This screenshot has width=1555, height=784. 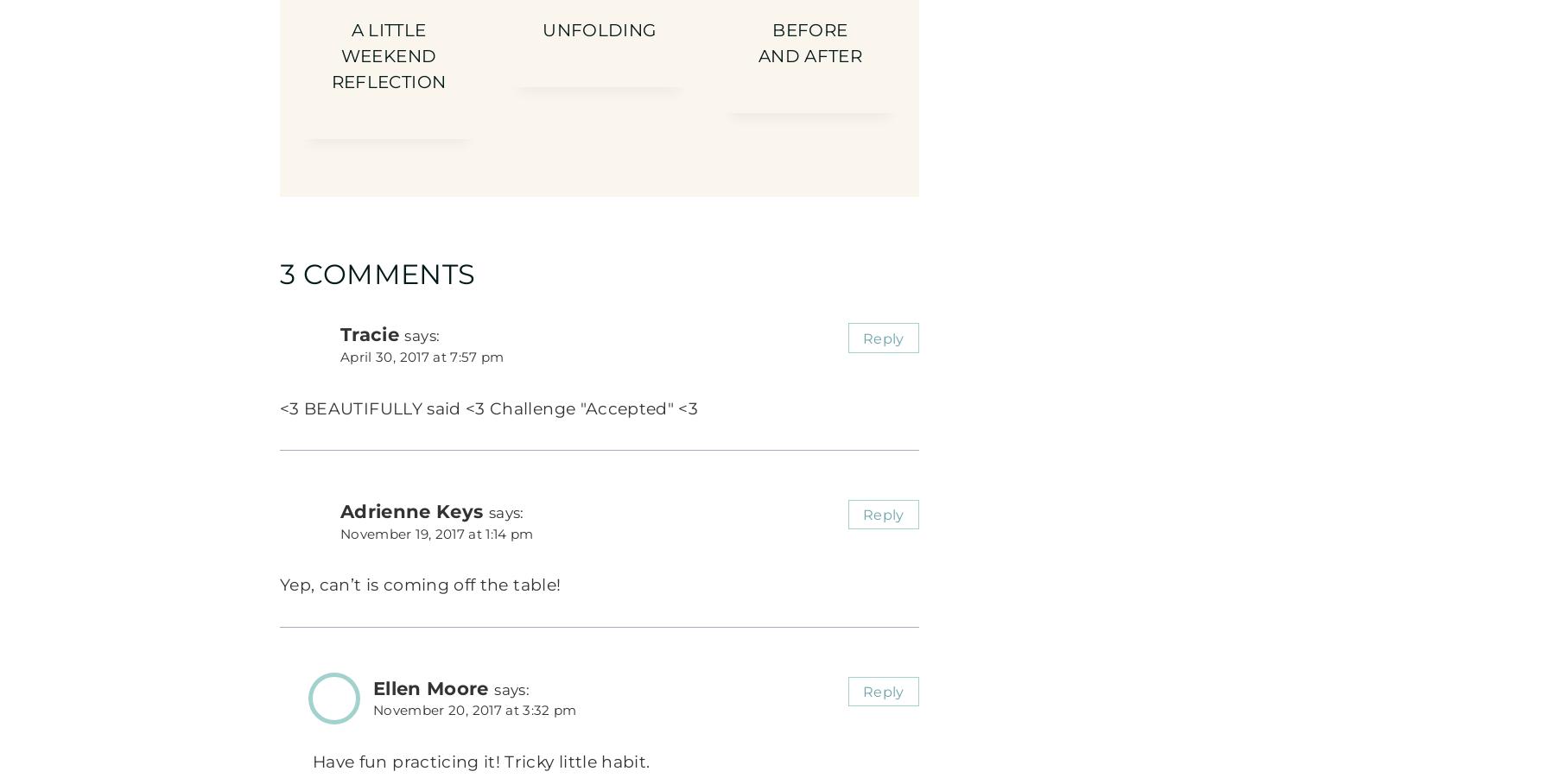 What do you see at coordinates (378, 273) in the screenshot?
I see `'3 Comments'` at bounding box center [378, 273].